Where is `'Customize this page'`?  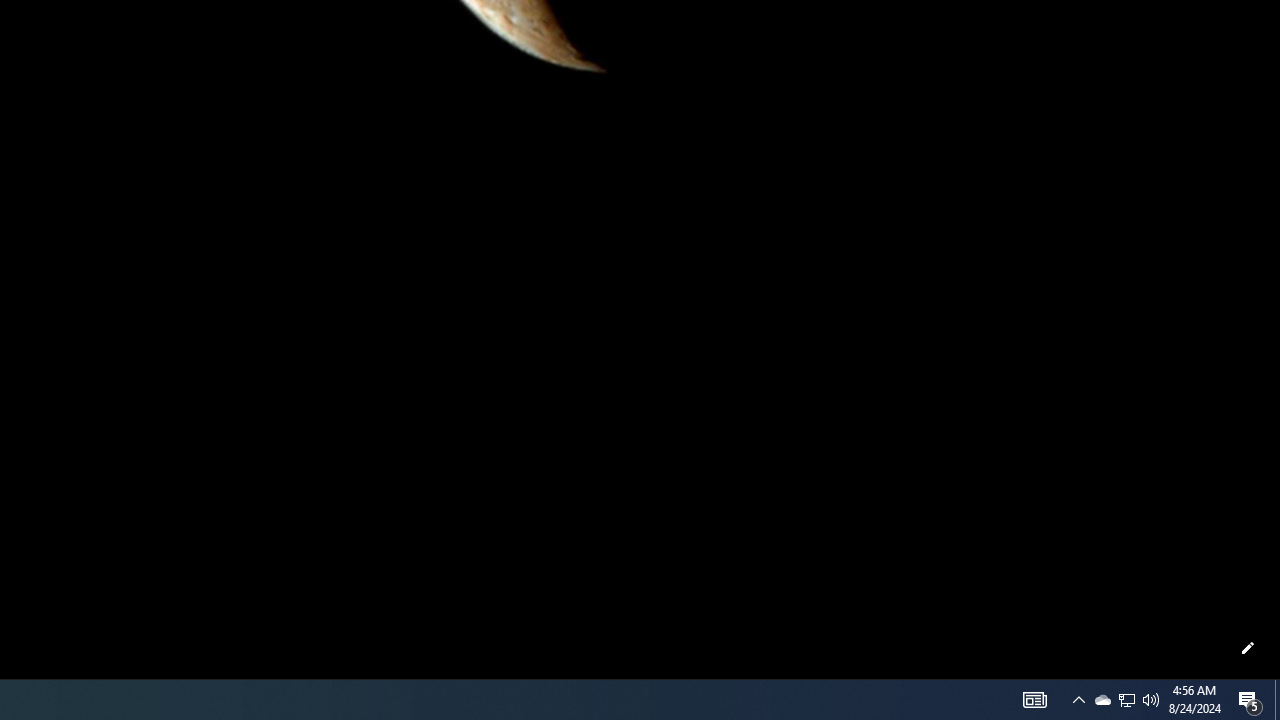
'Customize this page' is located at coordinates (1247, 648).